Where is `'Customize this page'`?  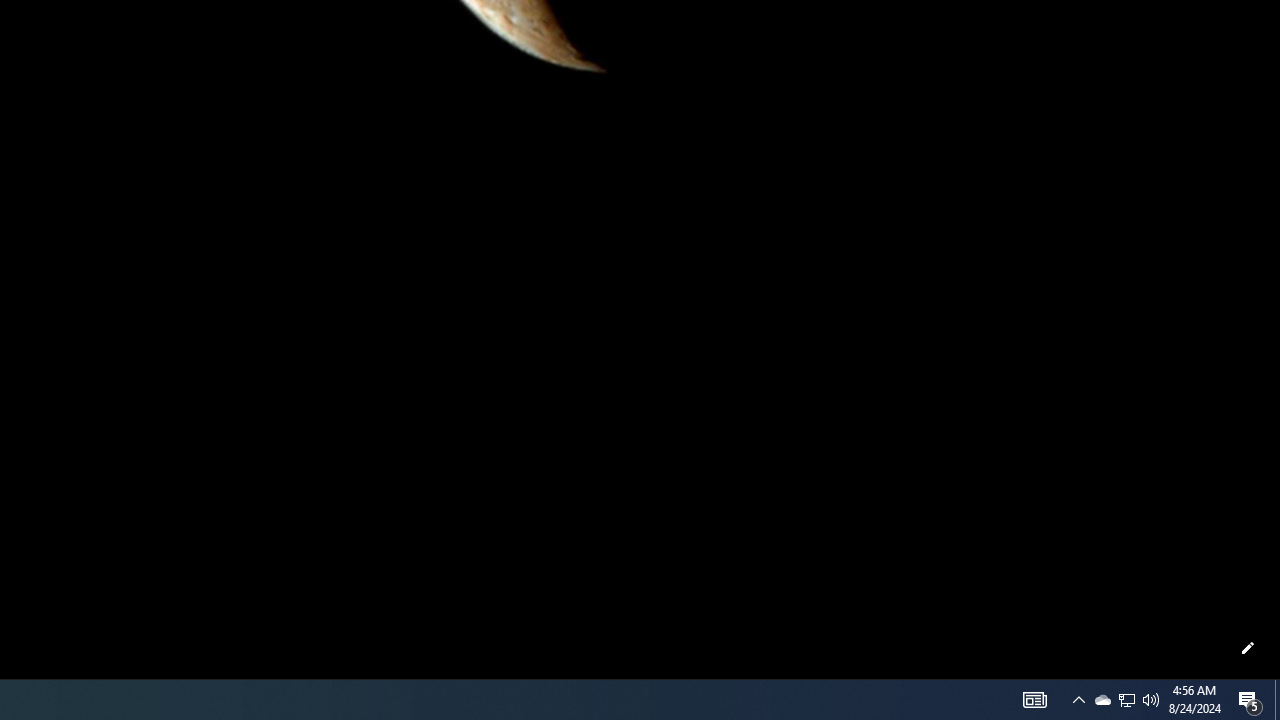
'Customize this page' is located at coordinates (1247, 648).